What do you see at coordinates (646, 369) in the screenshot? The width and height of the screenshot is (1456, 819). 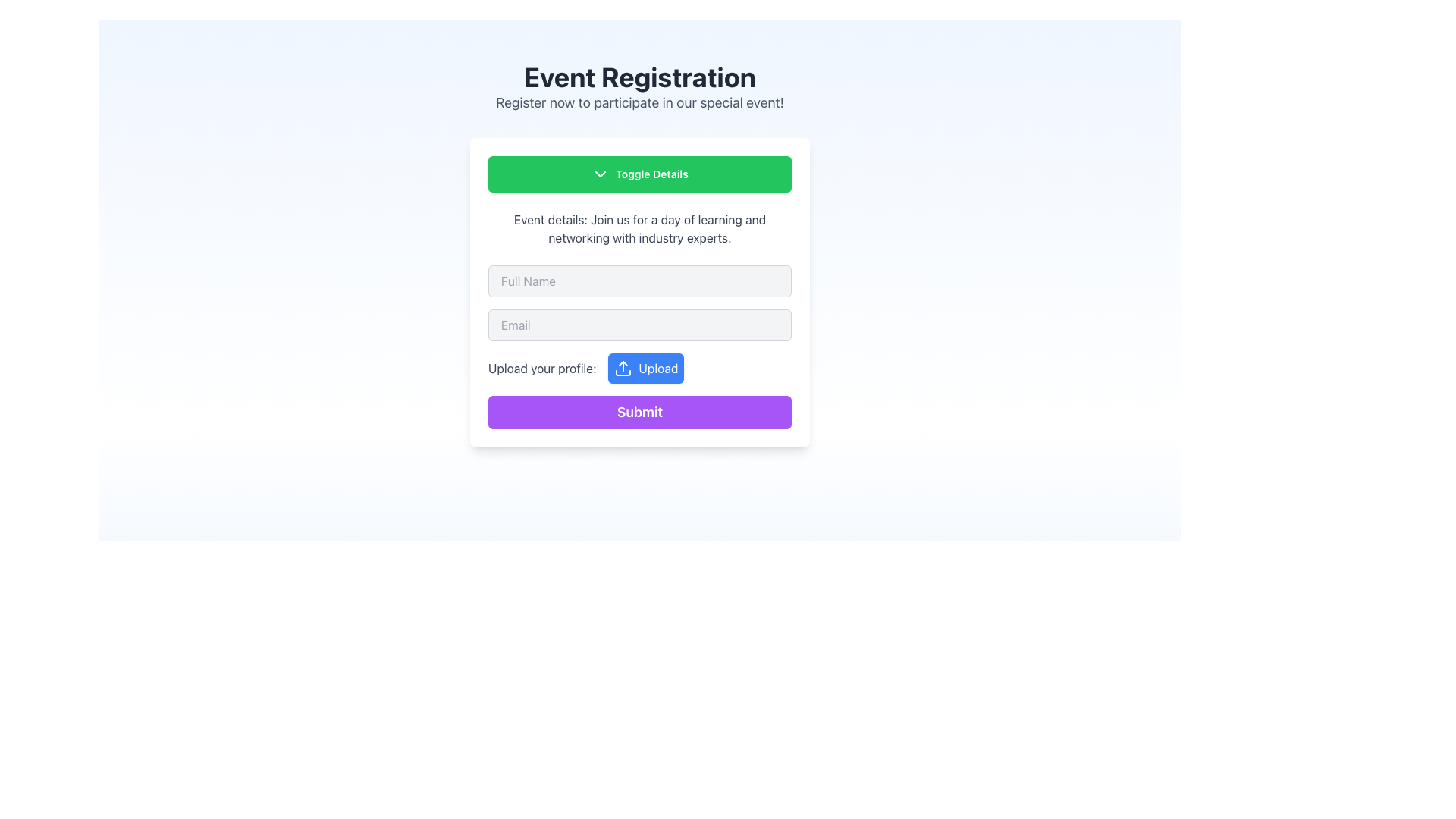 I see `the blue rectangular 'Upload' button with an upward arrow icon` at bounding box center [646, 369].